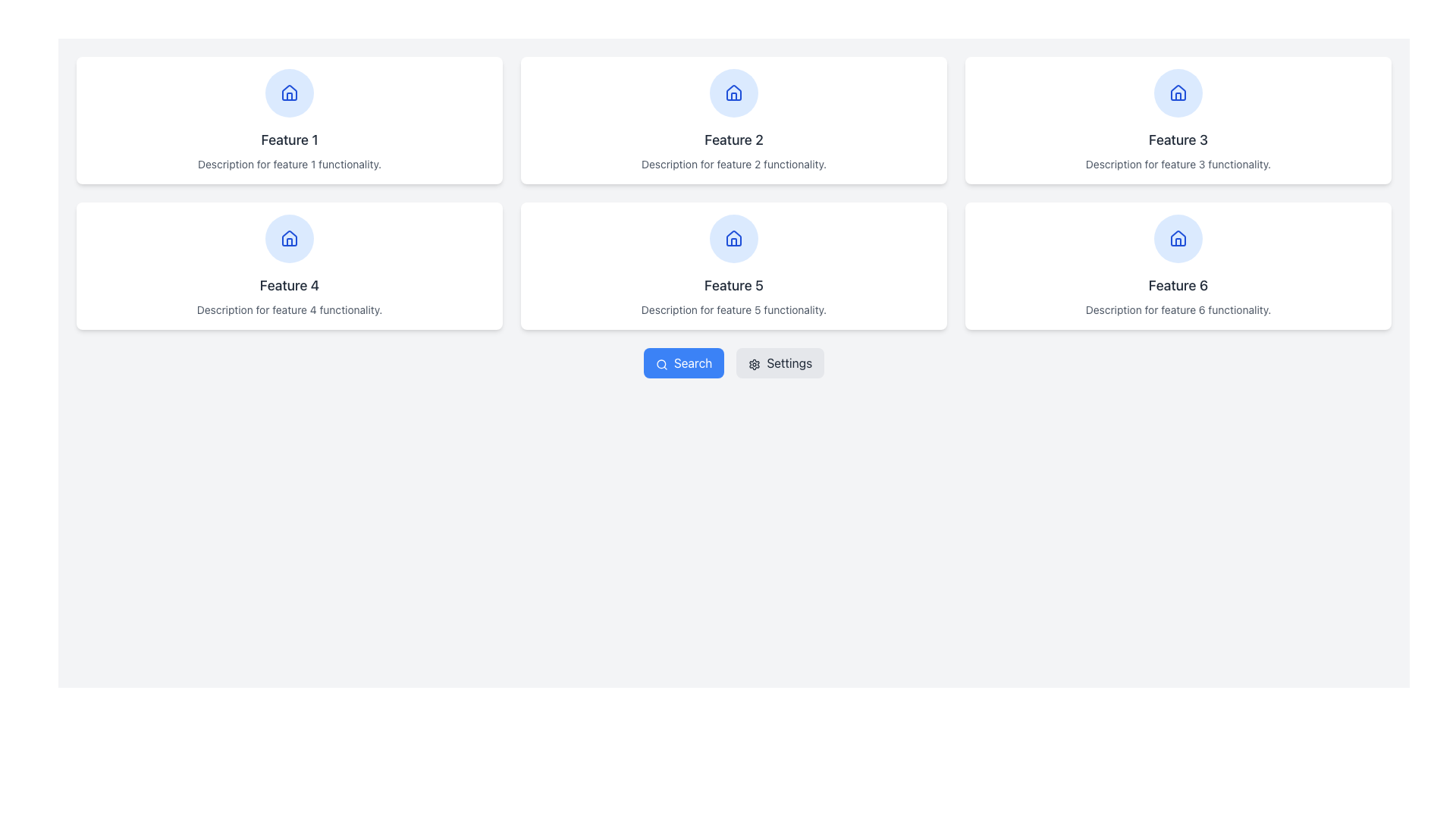  What do you see at coordinates (734, 93) in the screenshot?
I see `the icon representing the 'Feature 2' functionality, which is centered within the circular blue background of the 'Feature 2' card in the grid interface` at bounding box center [734, 93].